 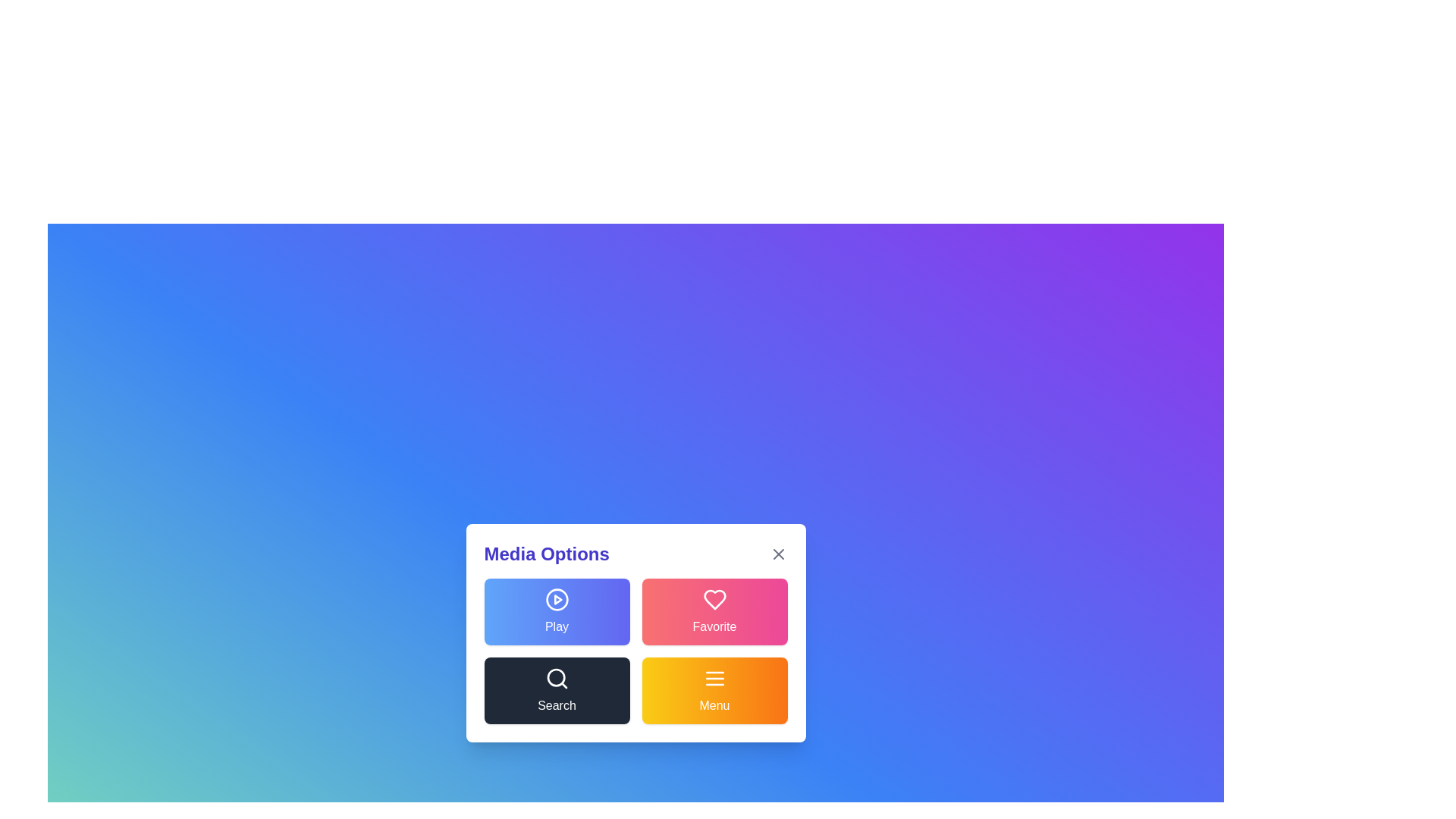 I want to click on the play icon, which is a circle enclosing a play triangle, located in the top-left corner of the 'Media Options' menu to possibly reveal a tooltip, so click(x=556, y=598).